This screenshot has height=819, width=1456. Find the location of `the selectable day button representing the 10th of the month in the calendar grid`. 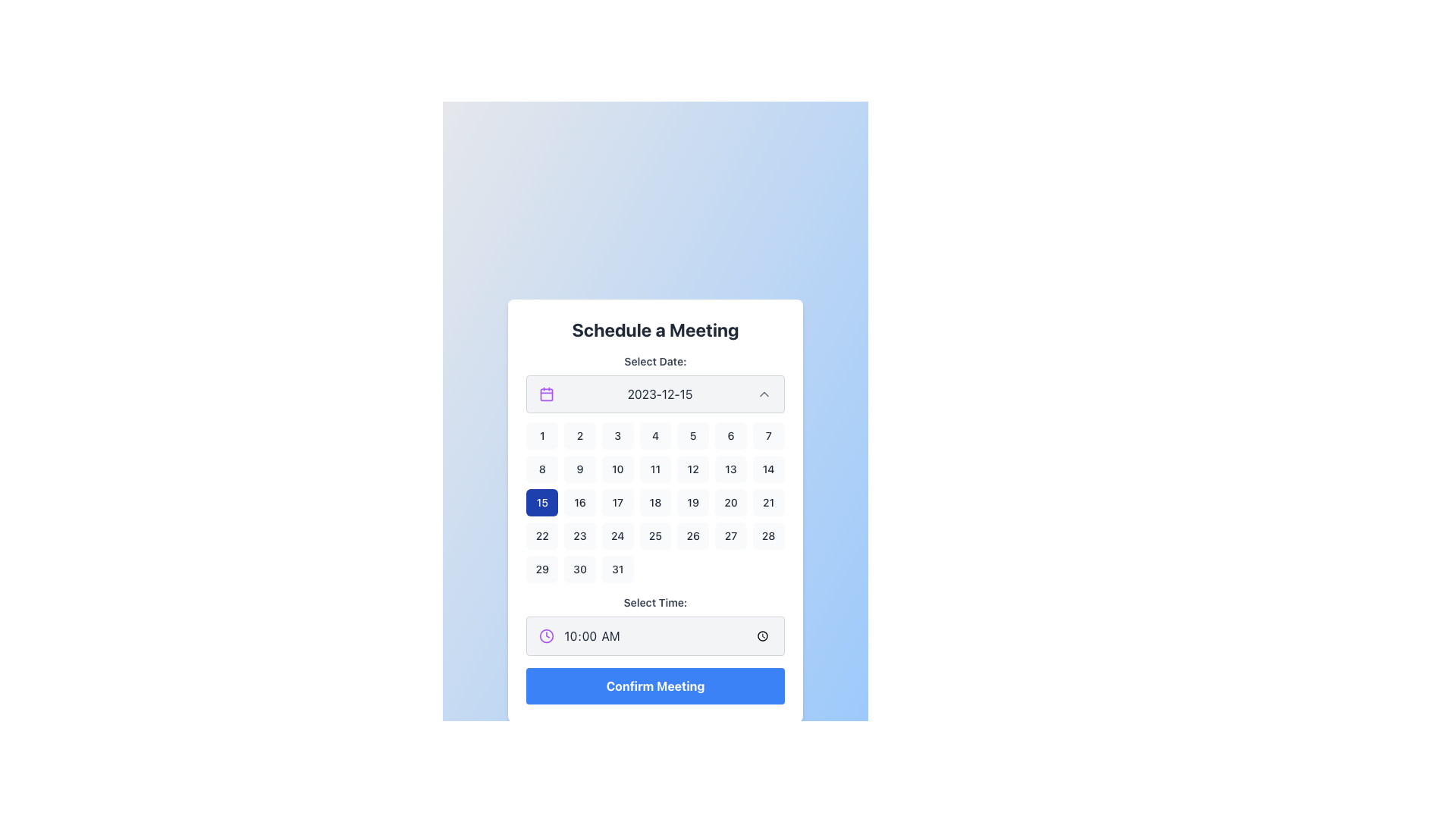

the selectable day button representing the 10th of the month in the calendar grid is located at coordinates (617, 468).